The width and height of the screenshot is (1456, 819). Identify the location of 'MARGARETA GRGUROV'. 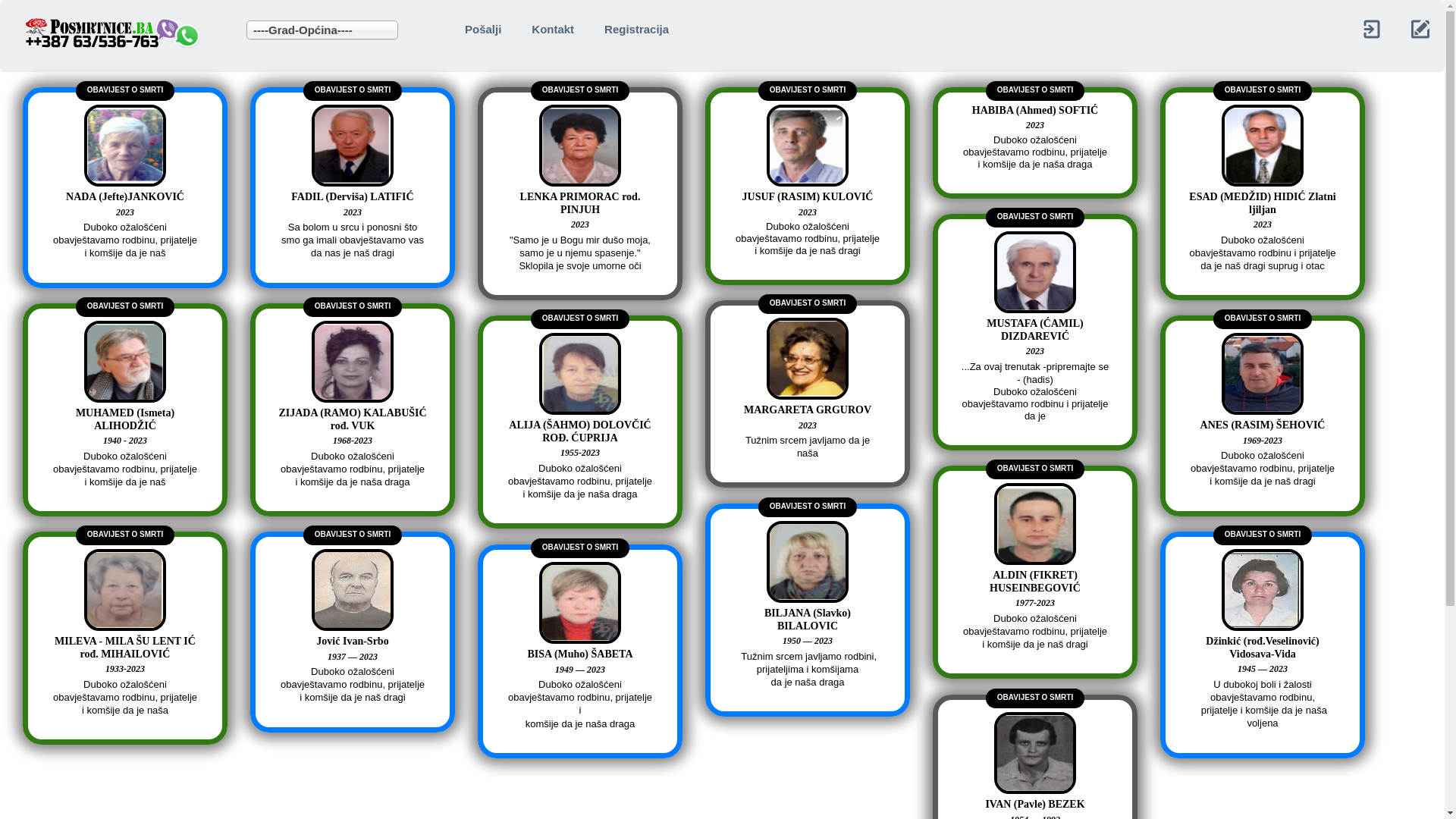
(807, 418).